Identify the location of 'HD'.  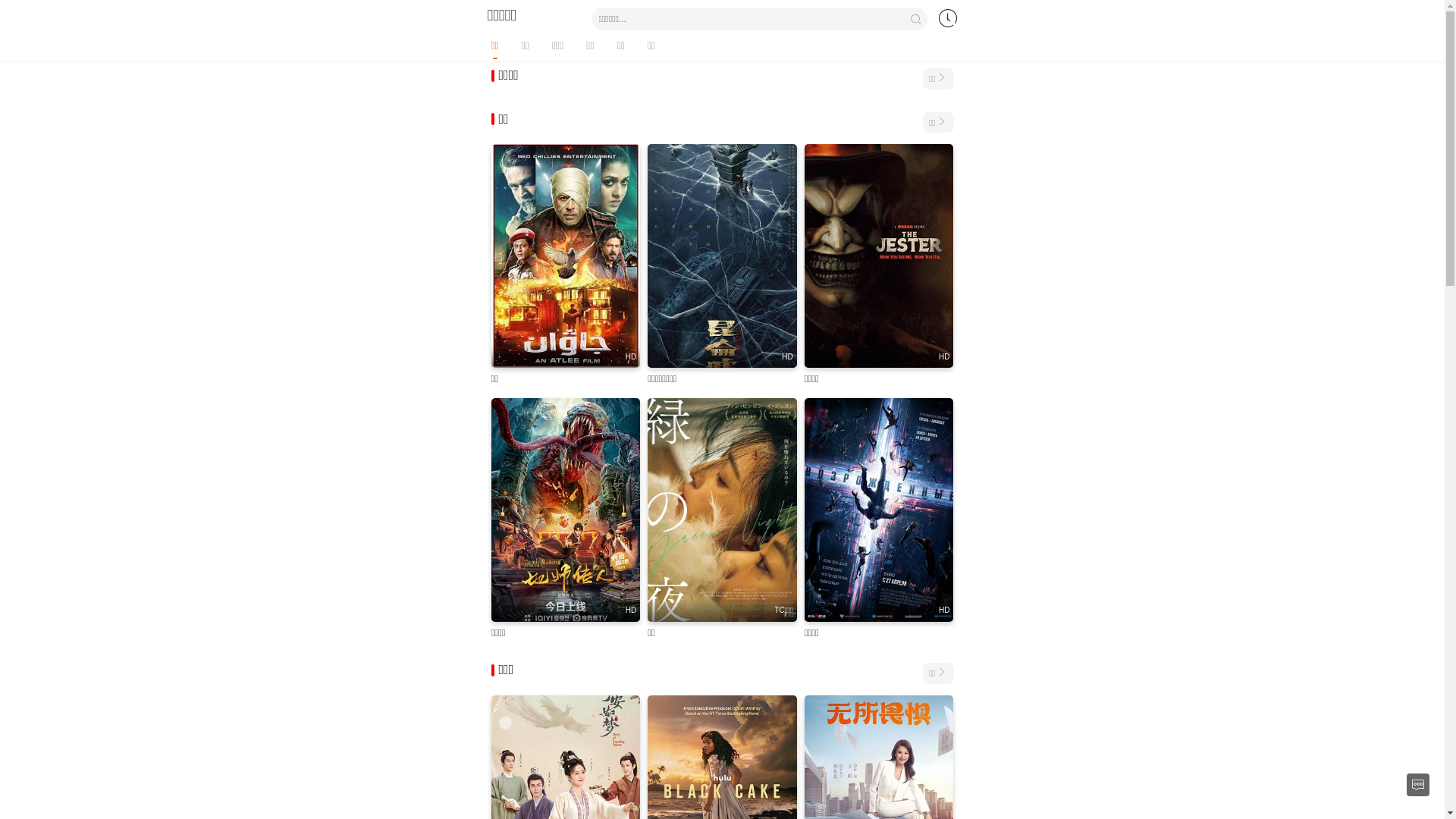
(879, 255).